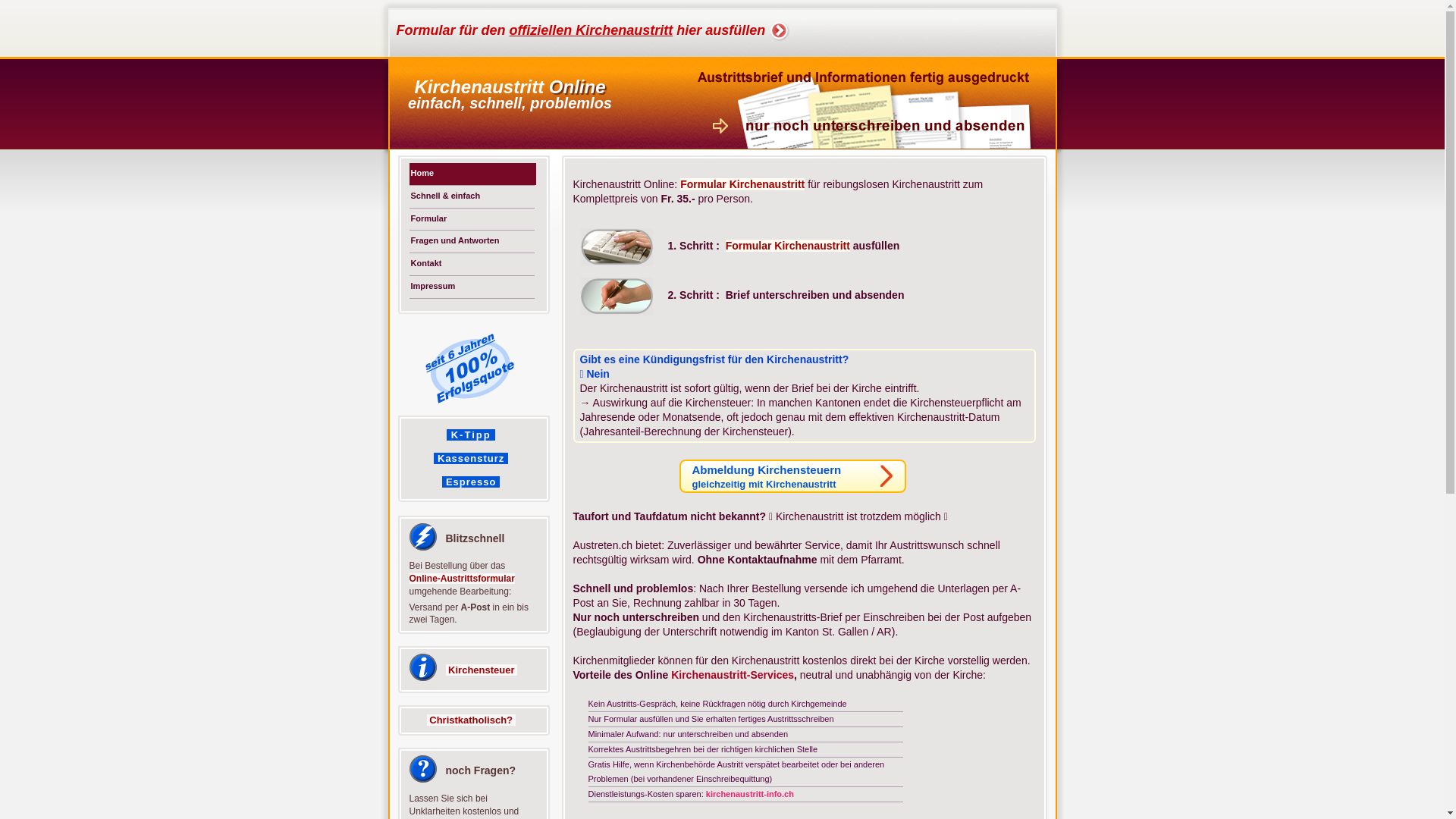 The image size is (1456, 819). Describe the element at coordinates (472, 218) in the screenshot. I see `'Formular'` at that location.